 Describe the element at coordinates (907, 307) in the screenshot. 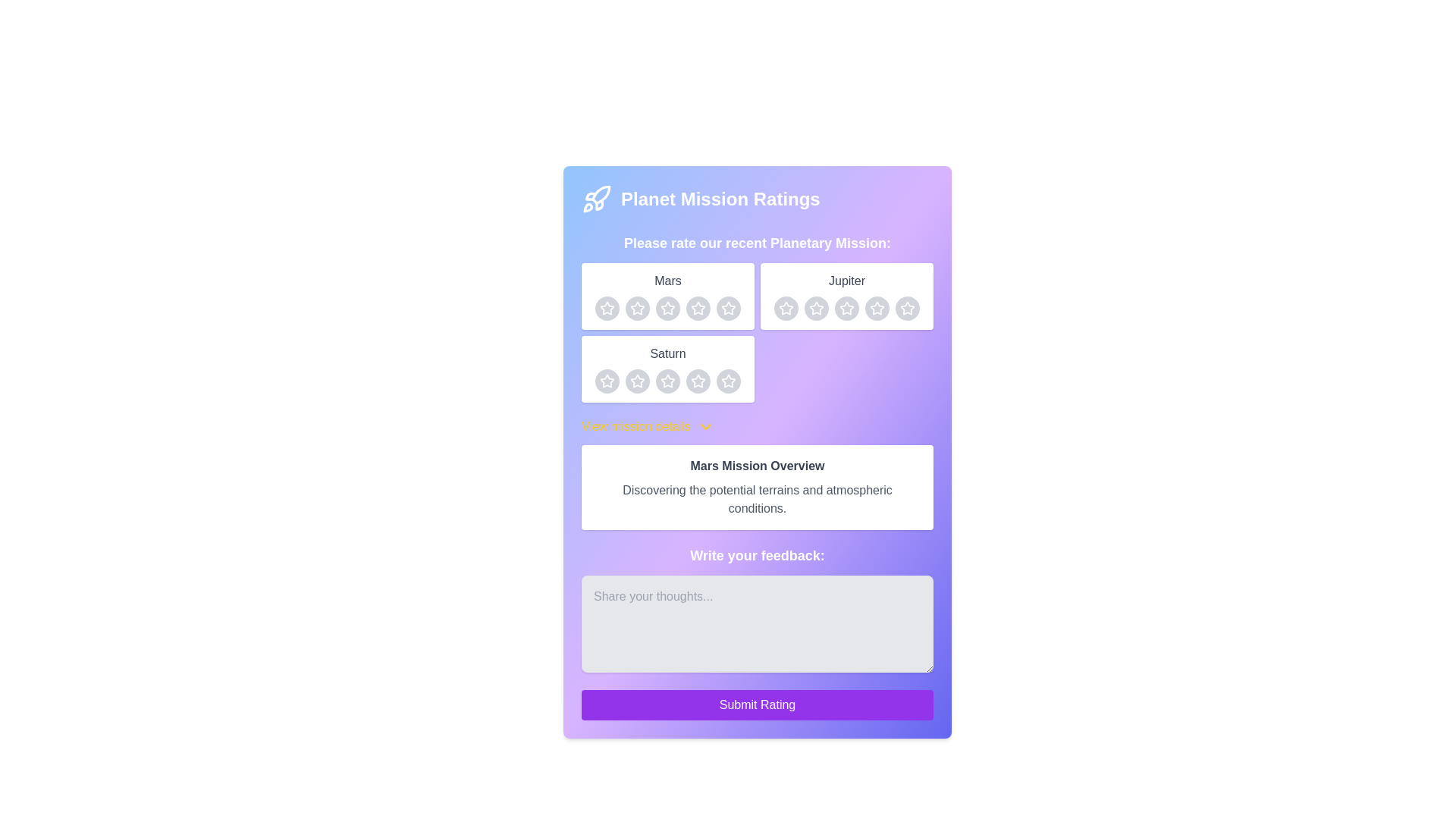

I see `the fifth star icon in the Jupiter rating section, which allows users to set or modify their rating` at that location.